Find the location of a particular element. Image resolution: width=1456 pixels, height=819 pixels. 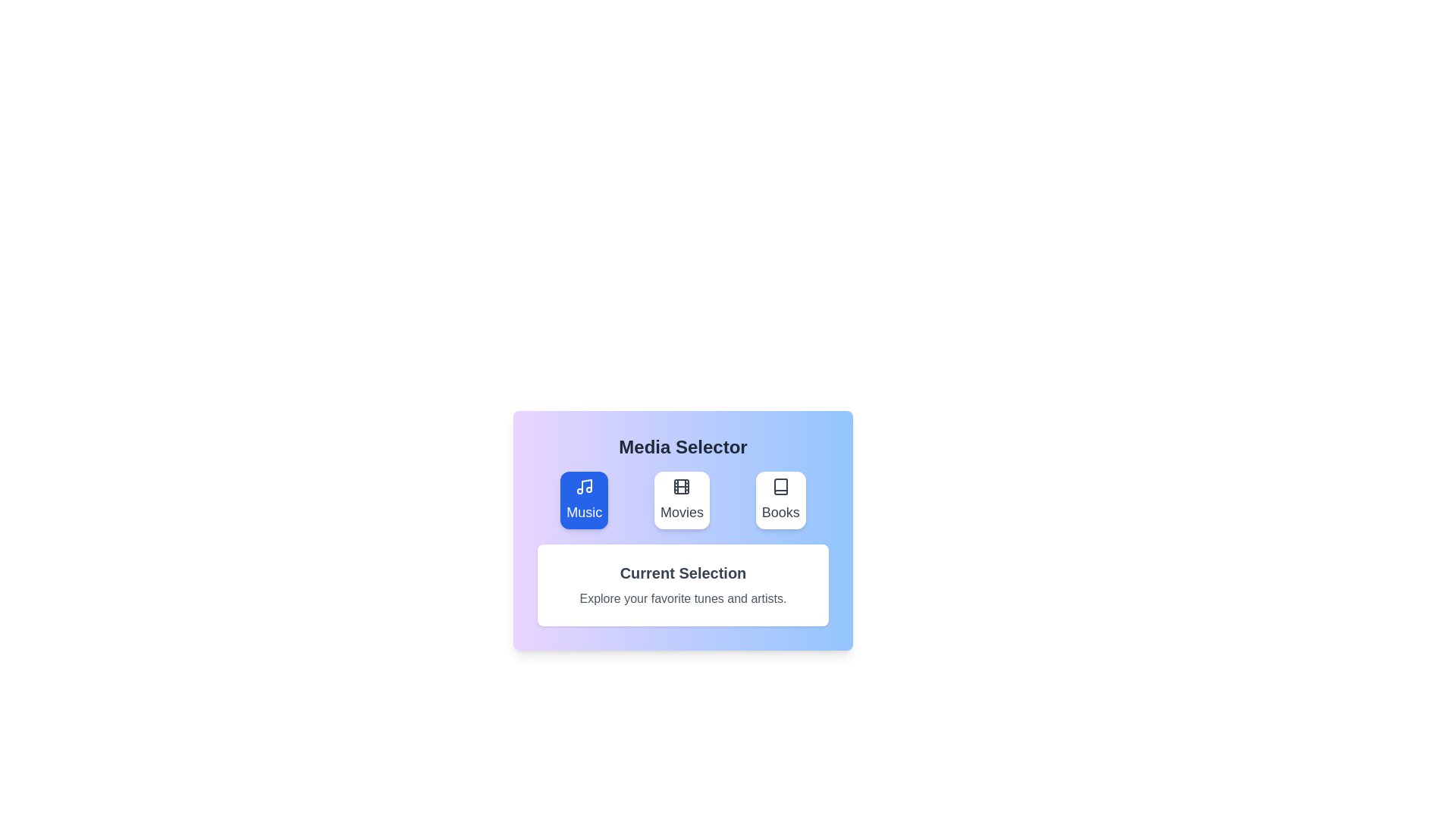

the text label displaying 'Movies', which is styled in bold and located below the movie reel icon in the Media Selector section is located at coordinates (681, 512).